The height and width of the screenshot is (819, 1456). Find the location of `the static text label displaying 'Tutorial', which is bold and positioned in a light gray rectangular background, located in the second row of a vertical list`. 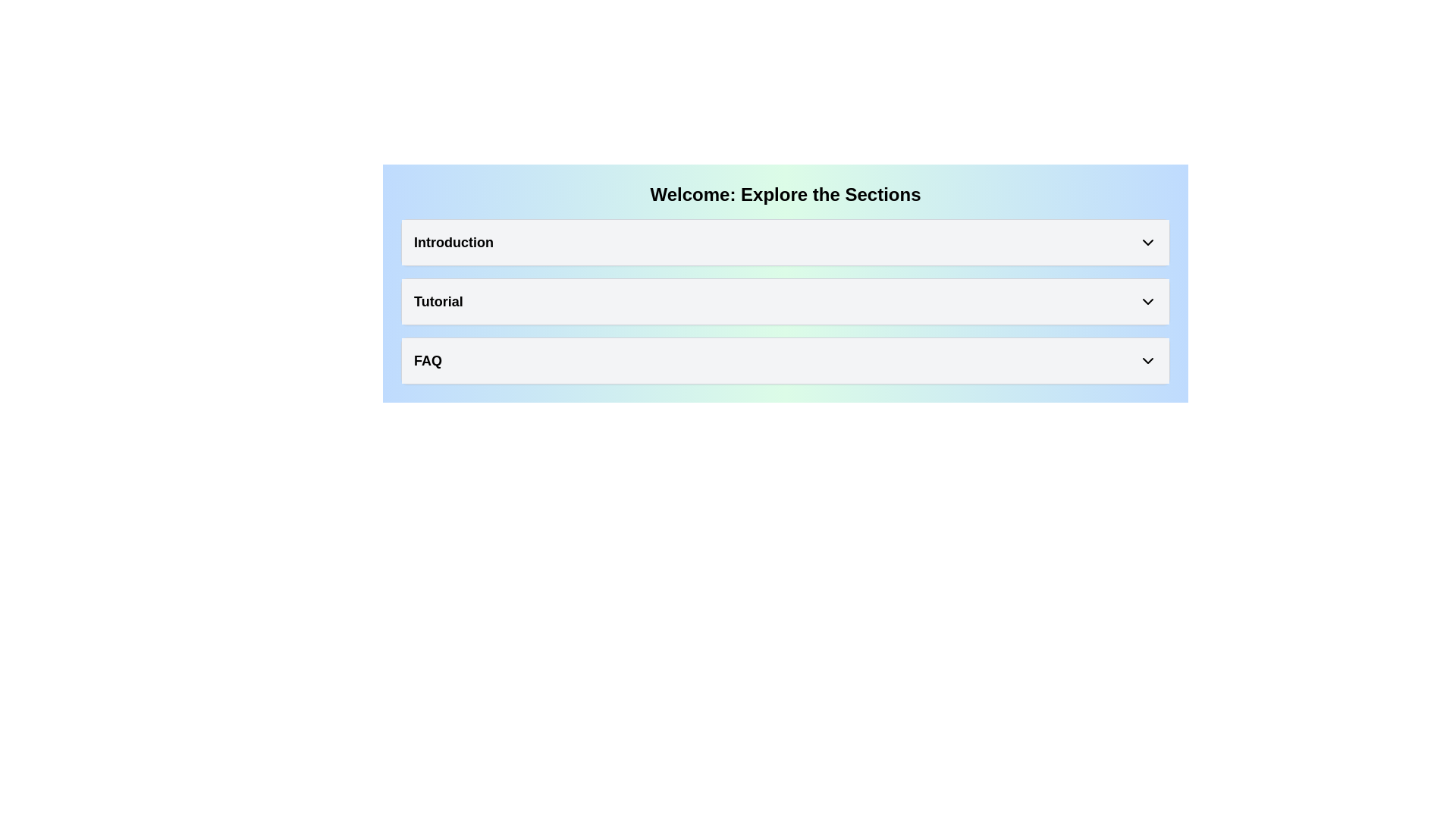

the static text label displaying 'Tutorial', which is bold and positioned in a light gray rectangular background, located in the second row of a vertical list is located at coordinates (438, 301).